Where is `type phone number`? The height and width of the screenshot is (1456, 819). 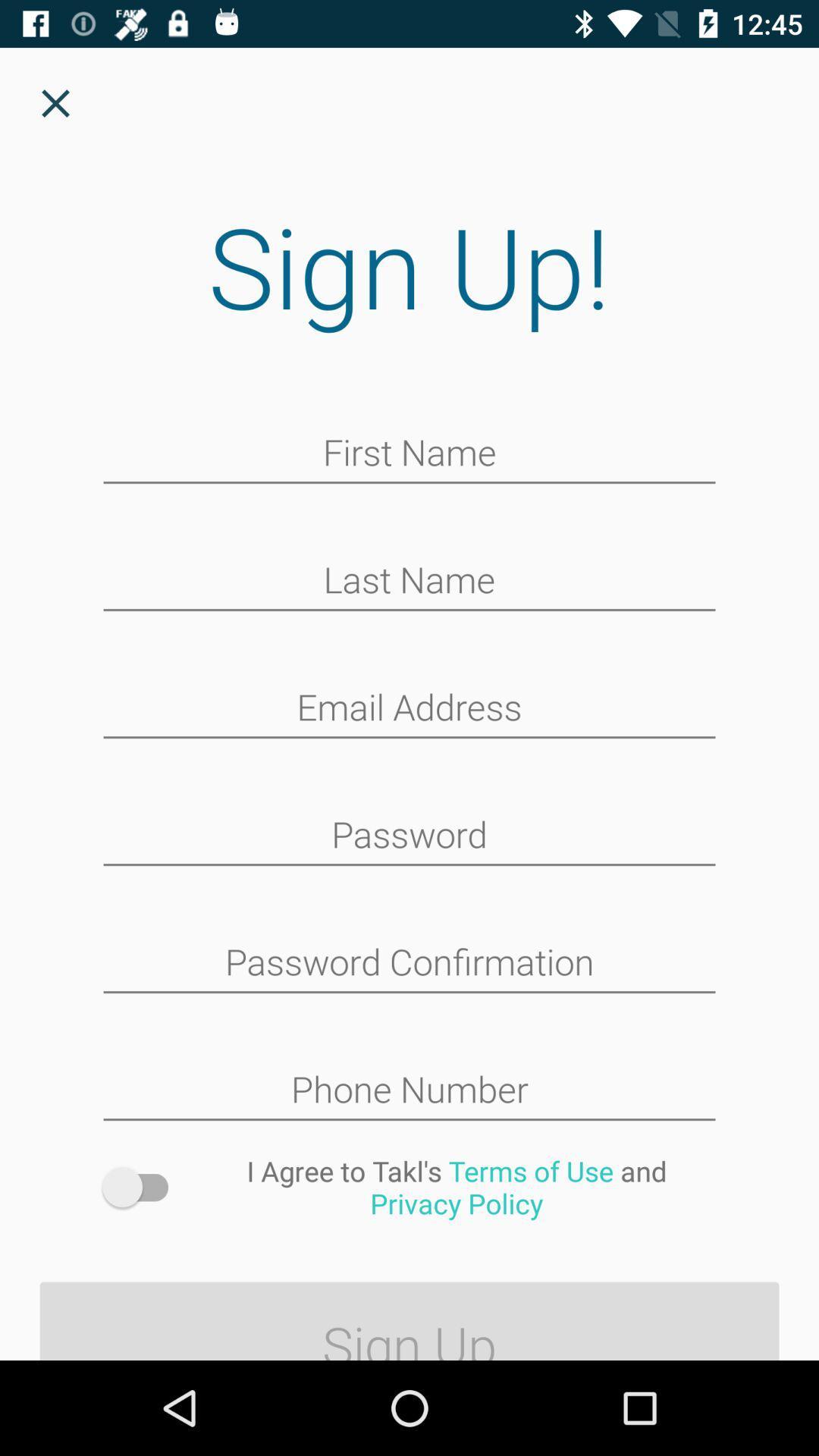
type phone number is located at coordinates (409, 1090).